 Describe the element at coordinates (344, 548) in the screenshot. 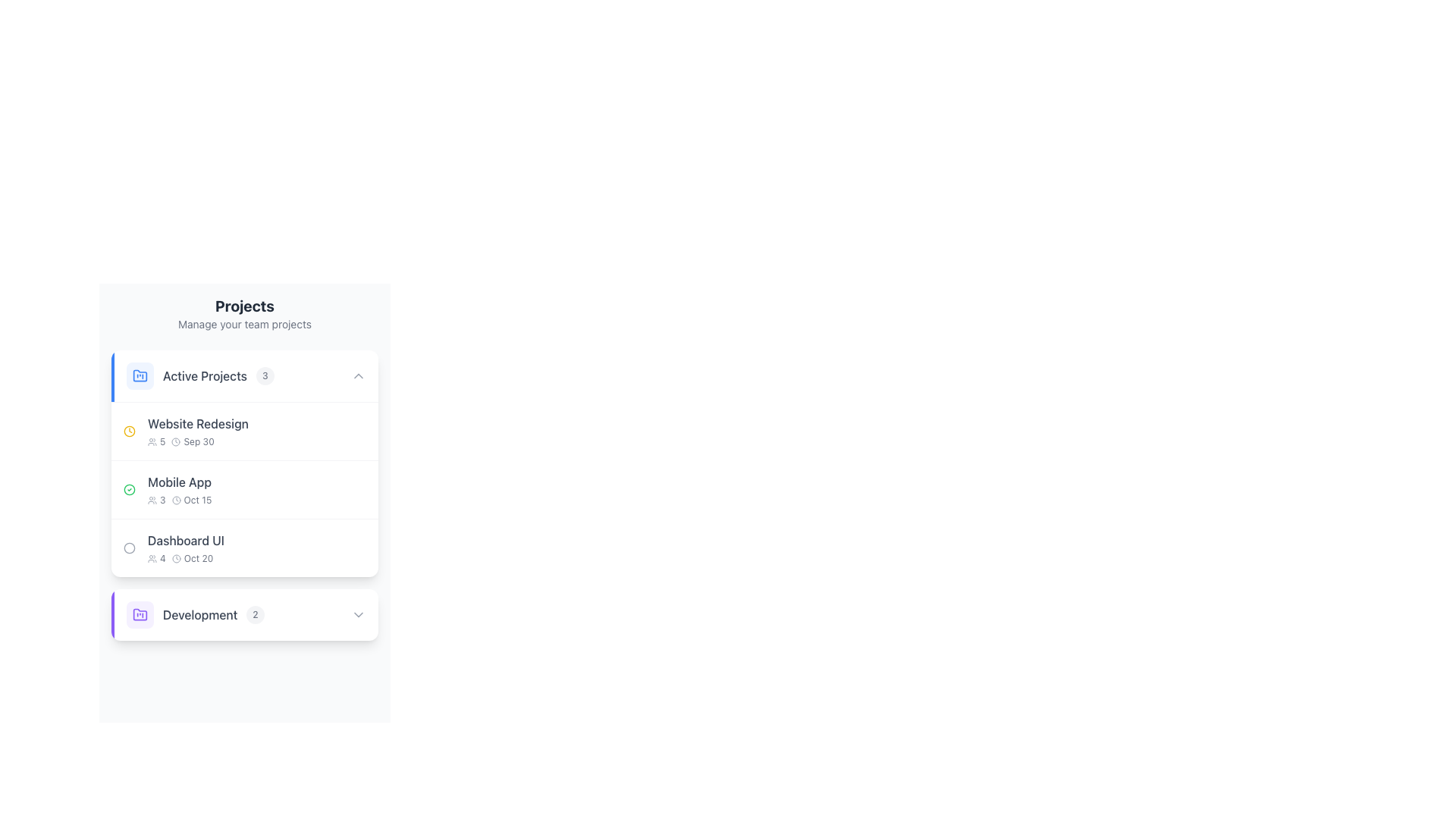

I see `the interactive component with icons associated with the 'Dashboard UI 4 Oct 20' list entry` at that location.